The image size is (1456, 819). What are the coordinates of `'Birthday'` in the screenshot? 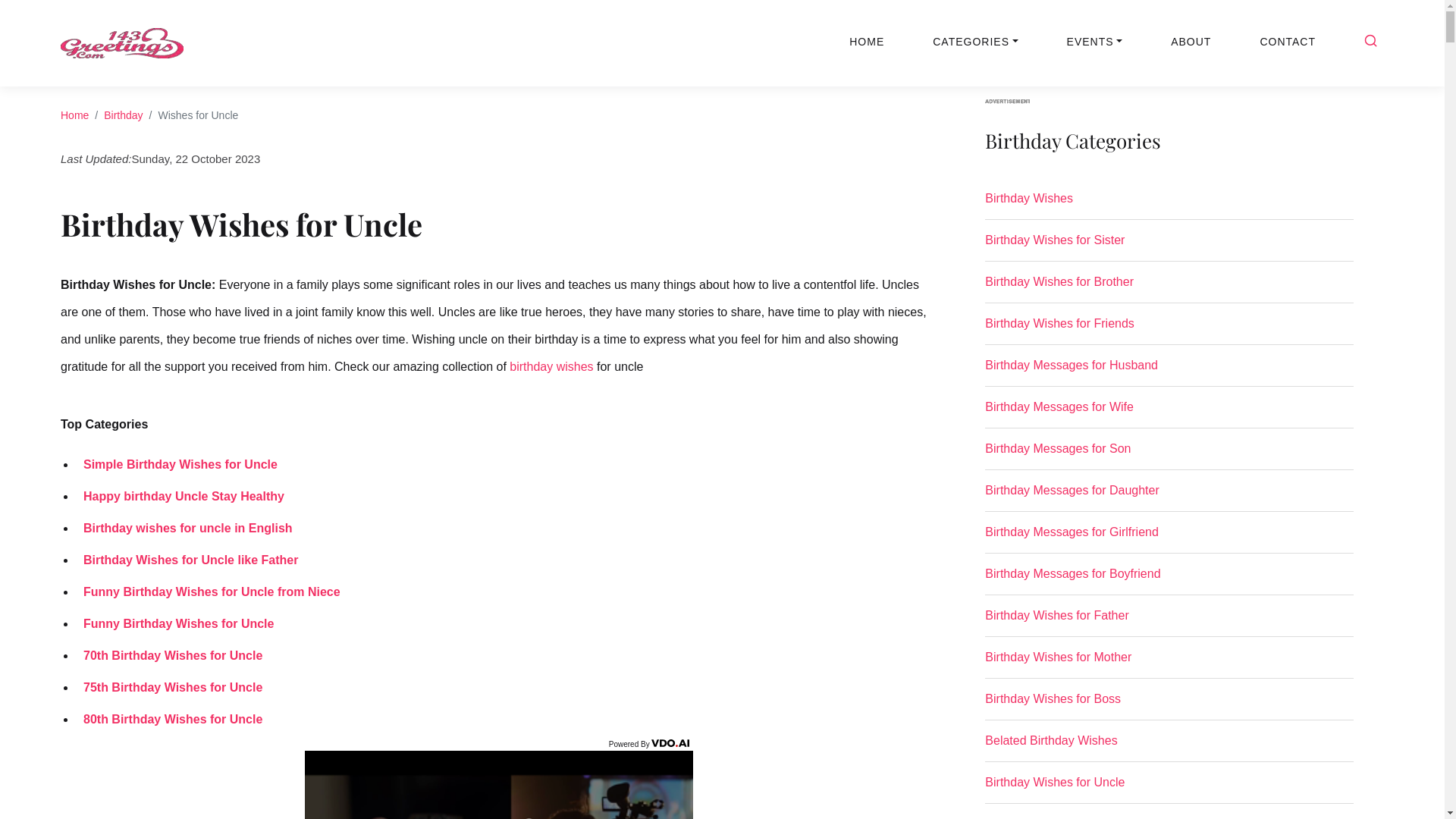 It's located at (103, 114).